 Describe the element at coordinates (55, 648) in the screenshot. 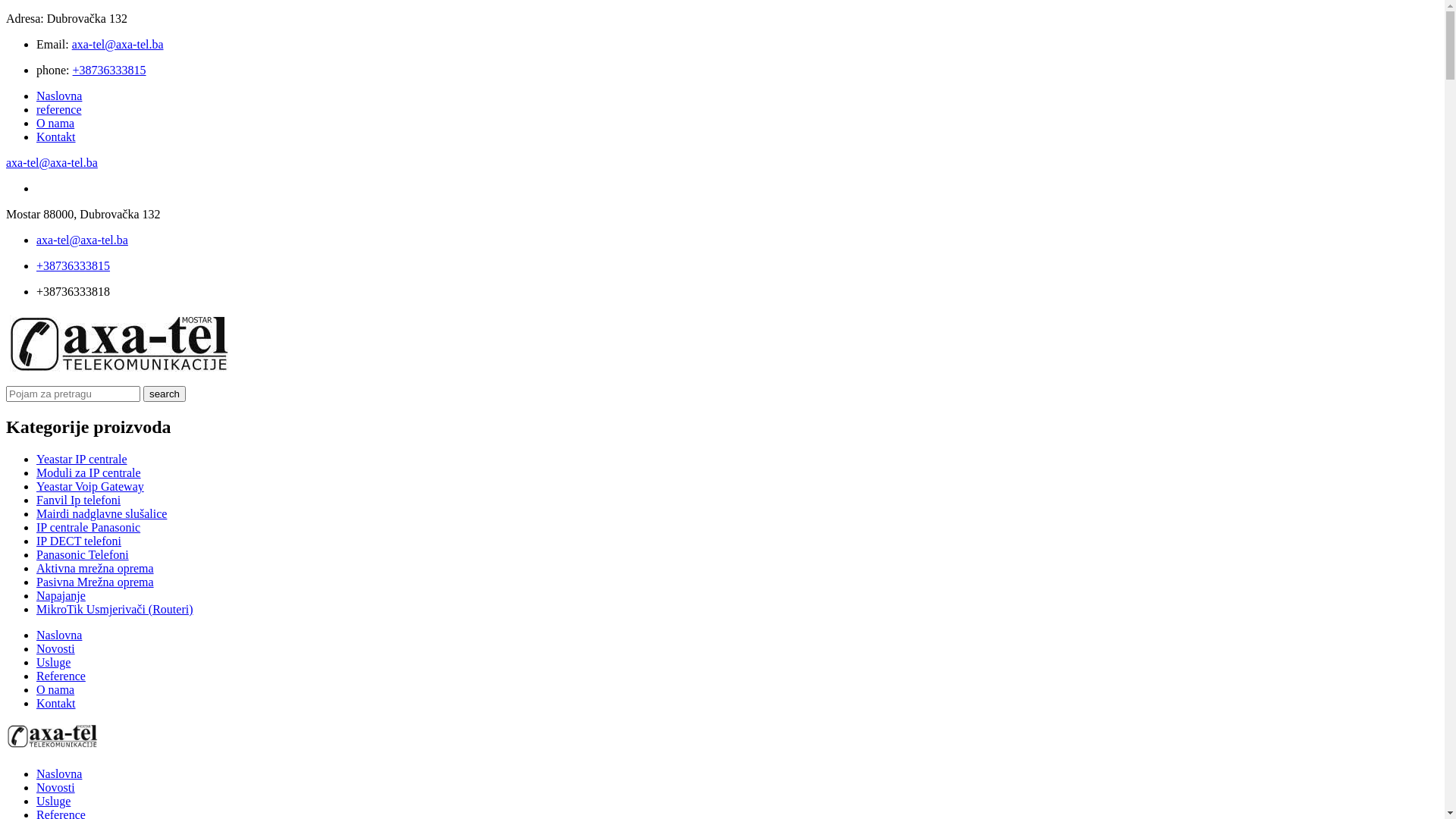

I see `'Novosti'` at that location.